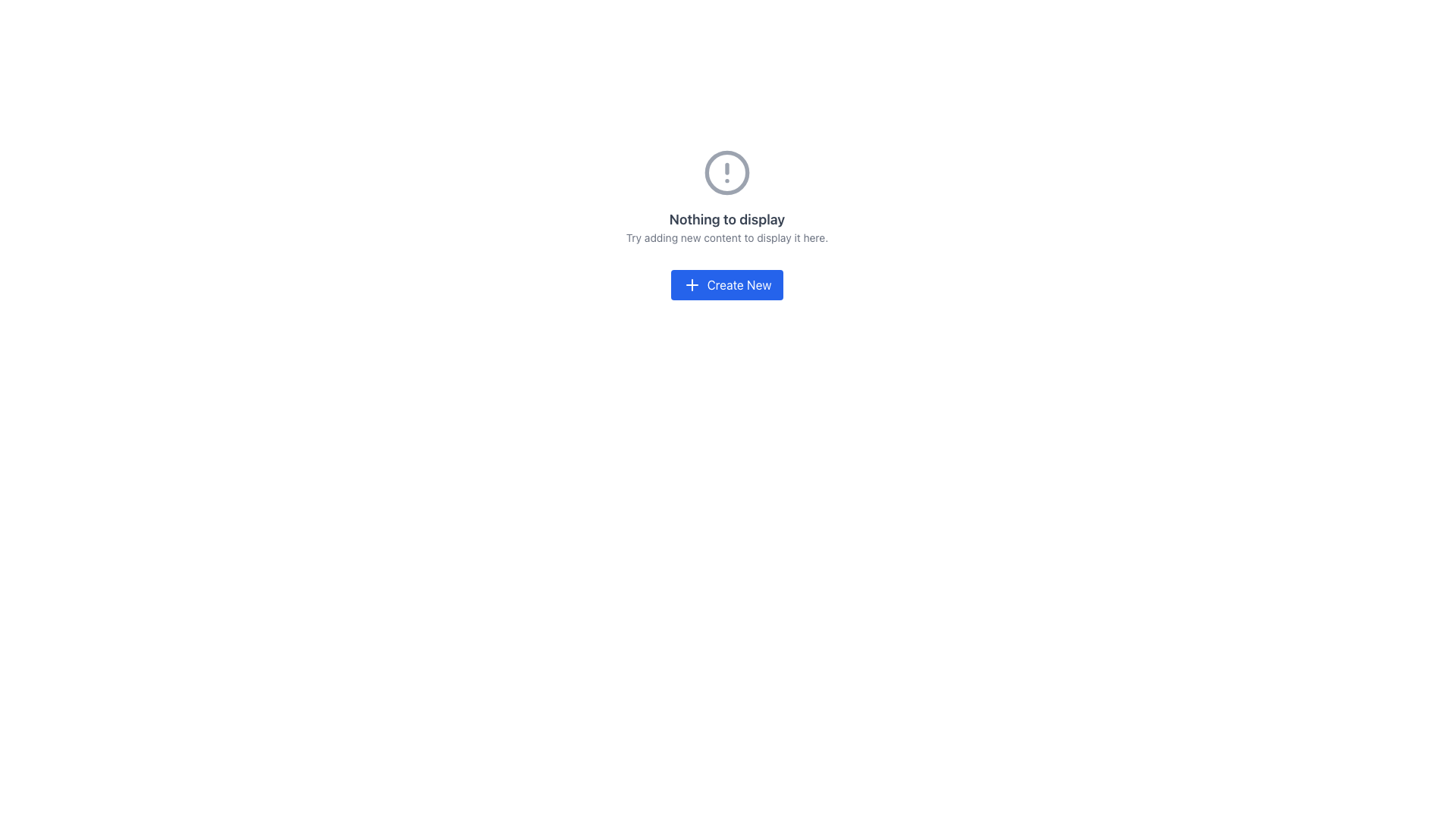 This screenshot has height=819, width=1456. Describe the element at coordinates (726, 237) in the screenshot. I see `text of the Text Label that reads 'Try adding new content to display it here.', which is styled with a small font size and gray color, located between 'Nothing to display' and the 'Create New' button` at that location.